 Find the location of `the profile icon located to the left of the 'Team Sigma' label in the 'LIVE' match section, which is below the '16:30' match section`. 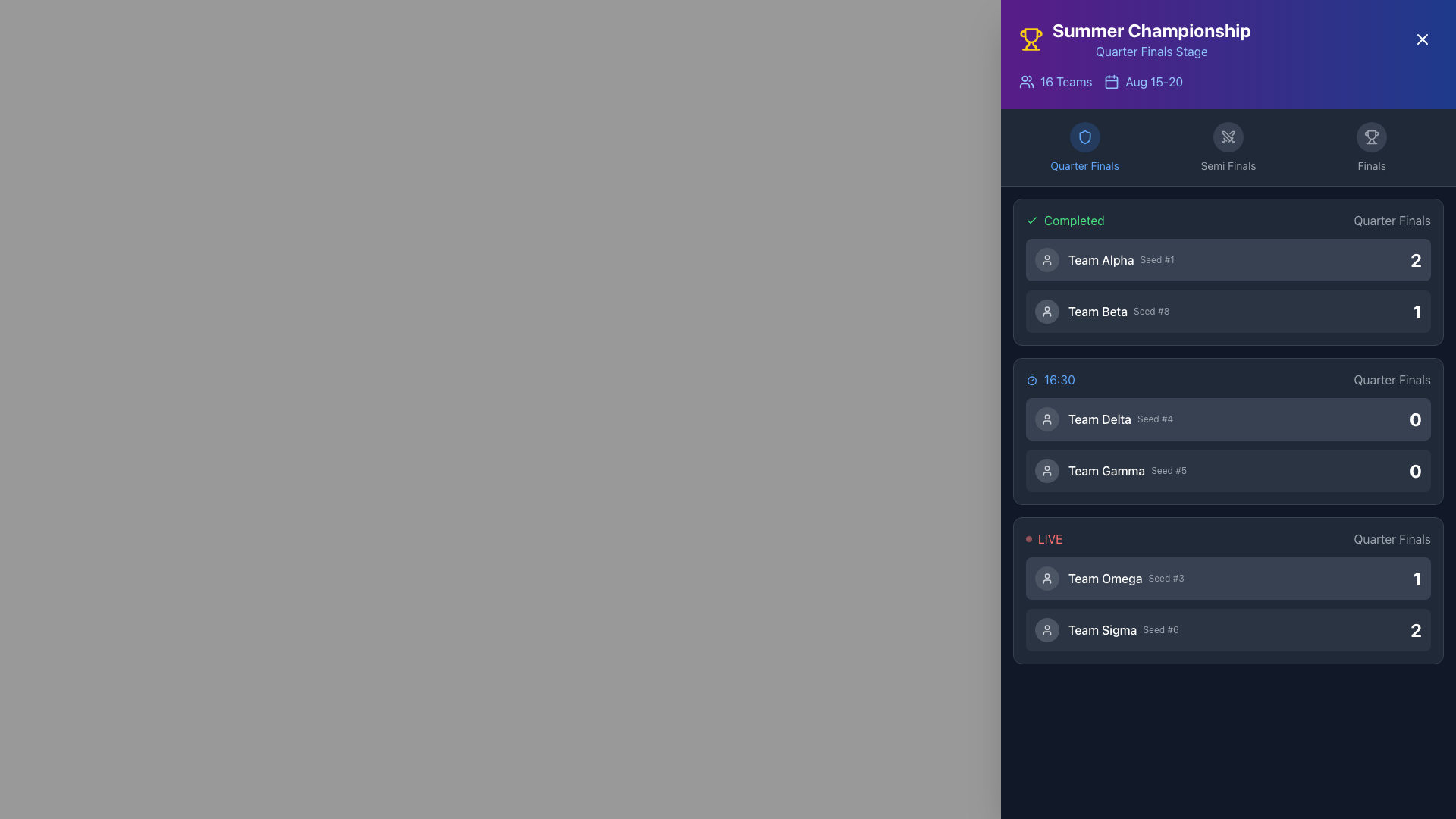

the profile icon located to the left of the 'Team Sigma' label in the 'LIVE' match section, which is below the '16:30' match section is located at coordinates (1046, 629).